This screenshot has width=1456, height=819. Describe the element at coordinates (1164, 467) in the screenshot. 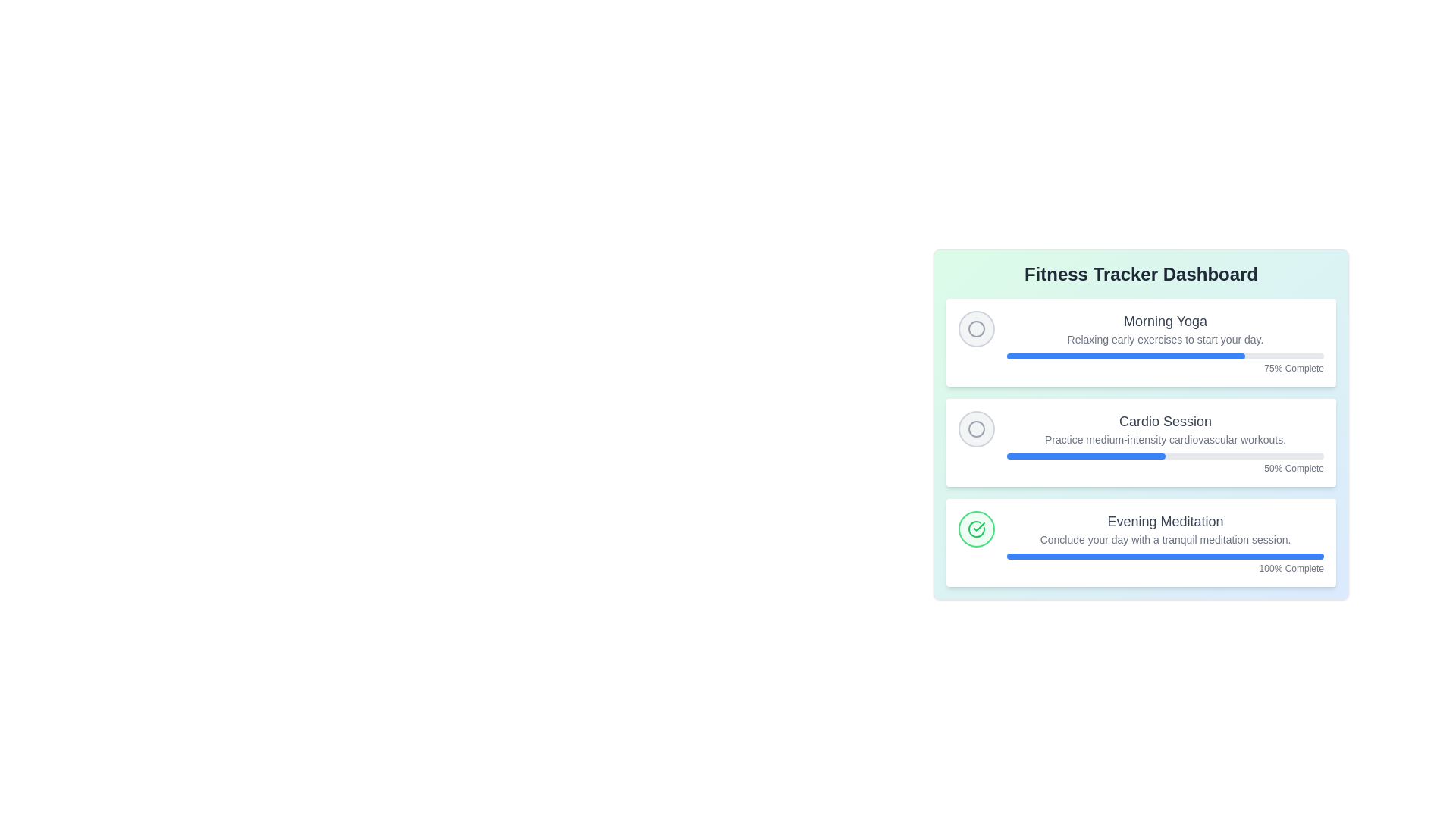

I see `the text label indicating the percentage progress (50%) located at the bottom-right corner of the 'Cardio Session' section, following the progress bar` at that location.